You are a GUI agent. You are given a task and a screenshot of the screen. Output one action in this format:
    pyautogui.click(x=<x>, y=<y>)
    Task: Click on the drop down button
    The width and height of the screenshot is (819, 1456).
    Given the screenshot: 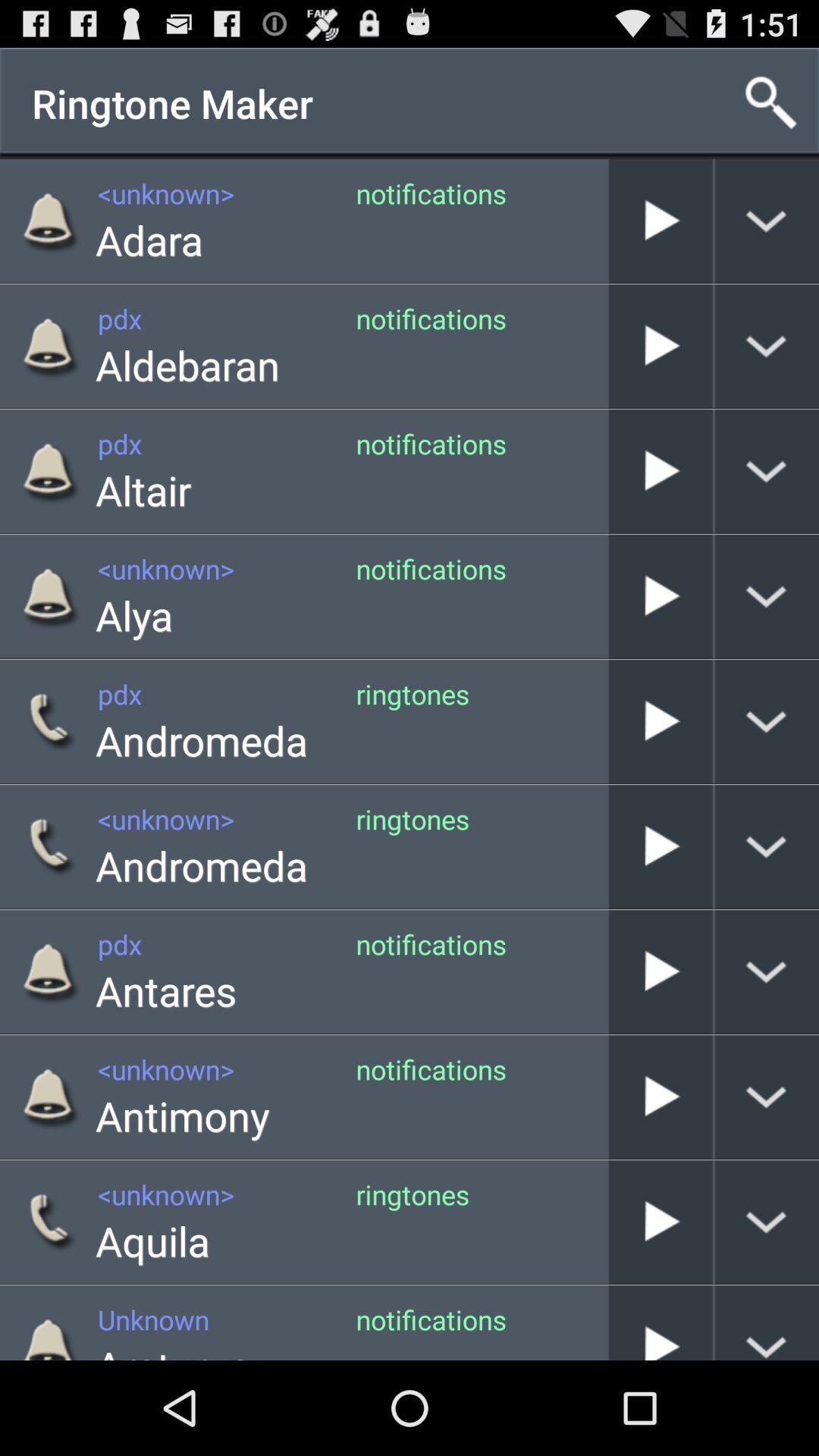 What is the action you would take?
    pyautogui.click(x=767, y=345)
    